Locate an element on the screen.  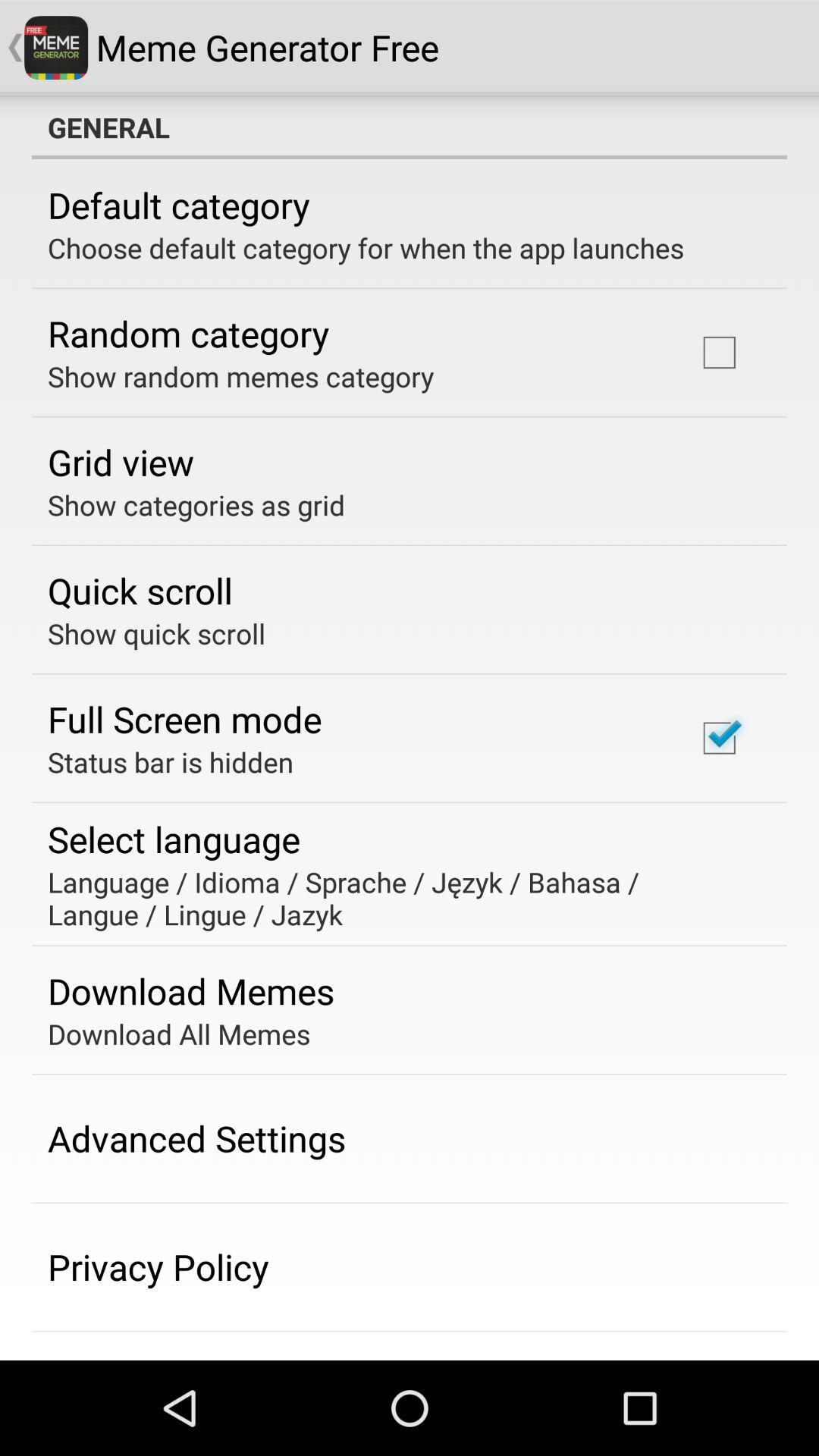
the item below the show quick scroll app is located at coordinates (184, 718).